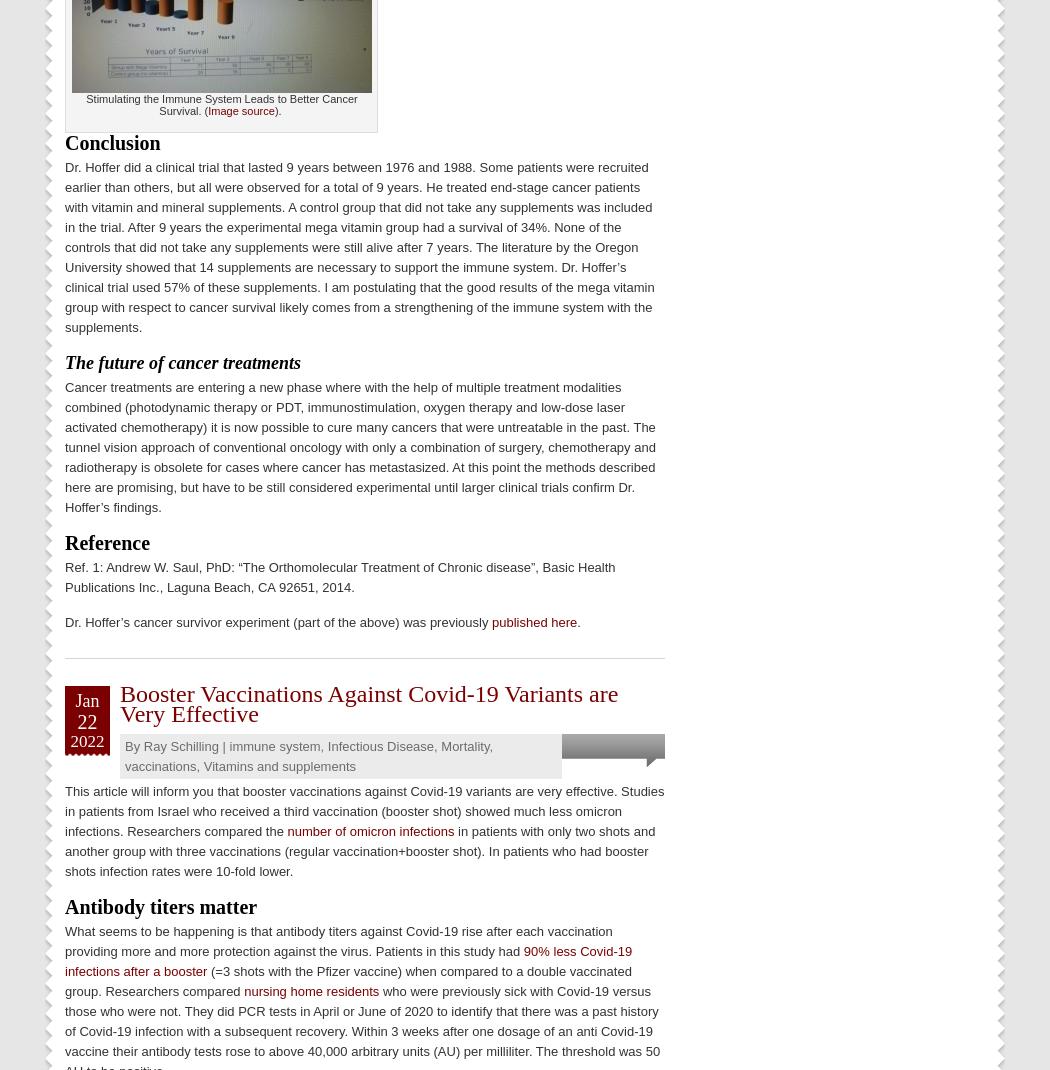 The width and height of the screenshot is (1050, 1070). I want to click on '22', so click(87, 719).